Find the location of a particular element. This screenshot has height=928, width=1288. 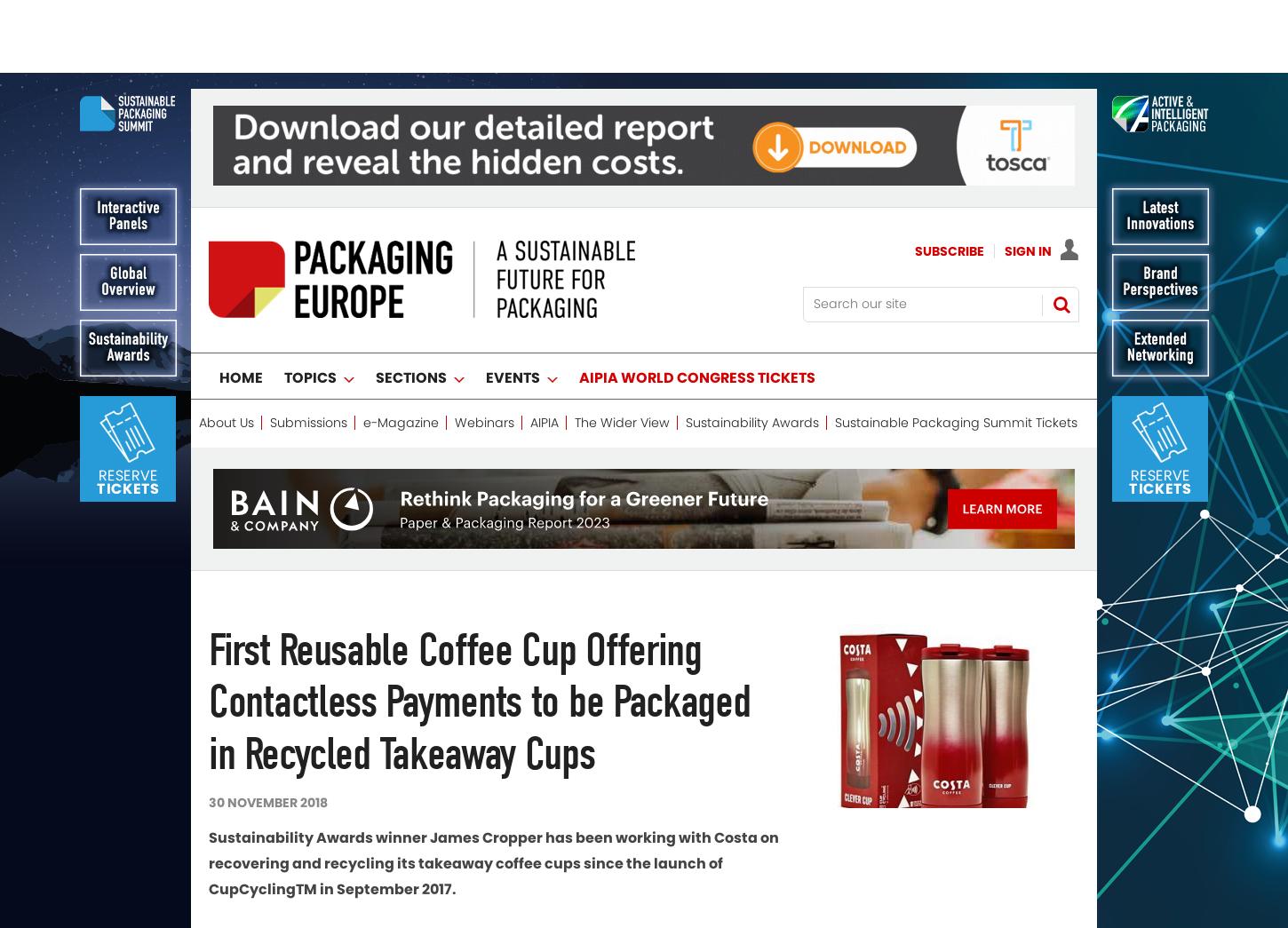

'Submissions' is located at coordinates (308, 348).